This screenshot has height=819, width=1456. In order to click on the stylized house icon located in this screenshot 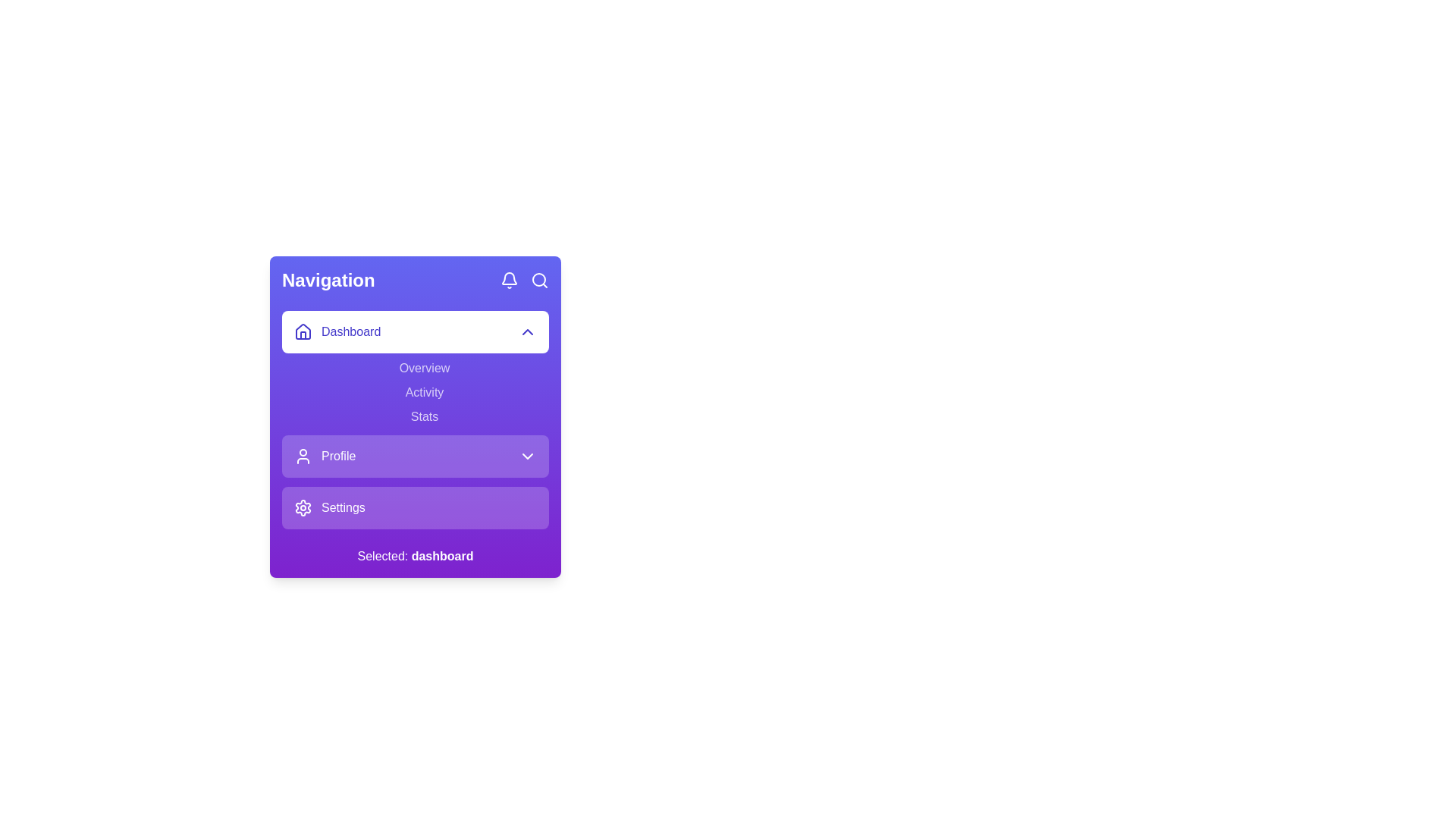, I will do `click(303, 331)`.